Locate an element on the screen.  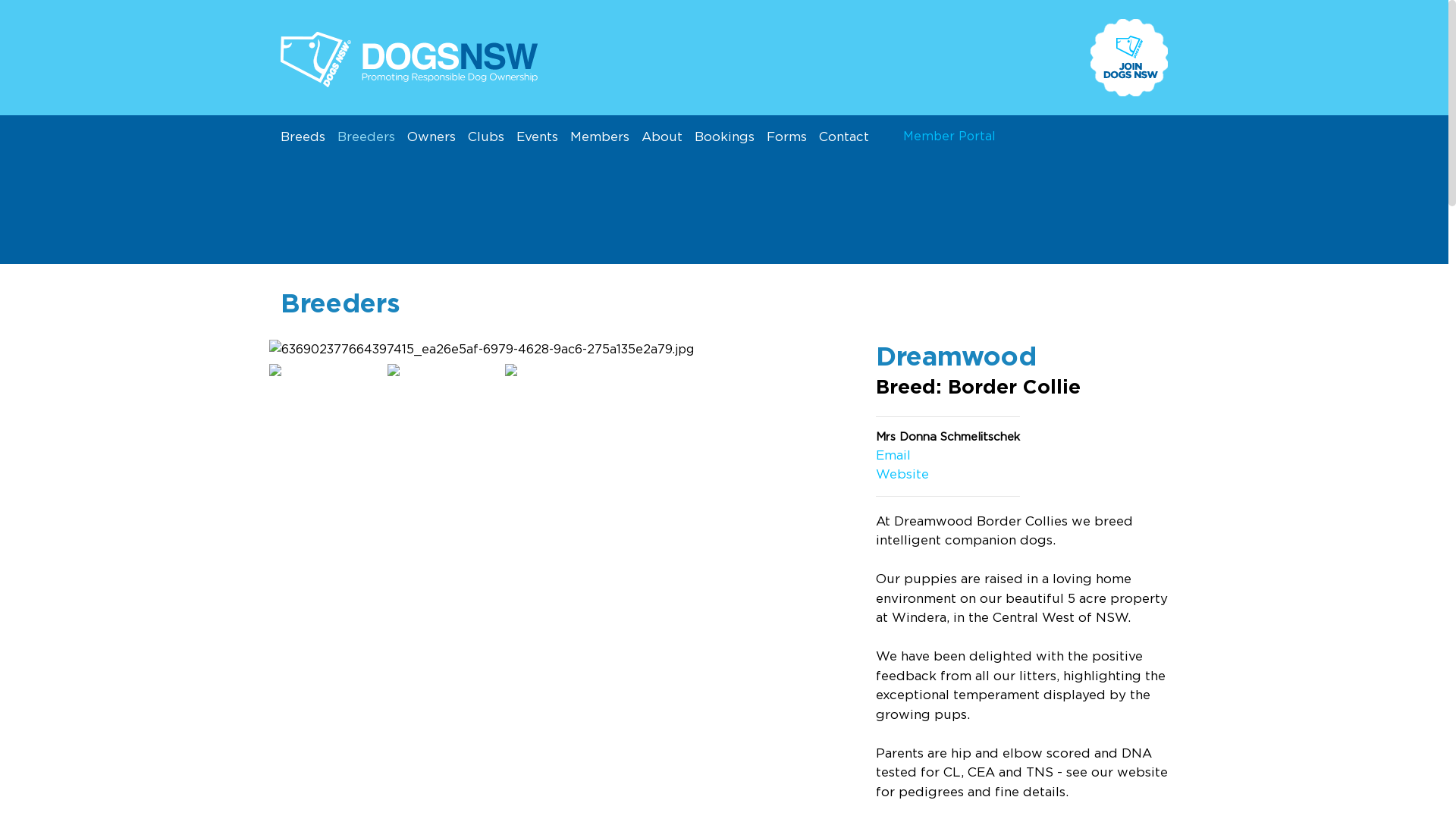
'Website' is located at coordinates (902, 472).